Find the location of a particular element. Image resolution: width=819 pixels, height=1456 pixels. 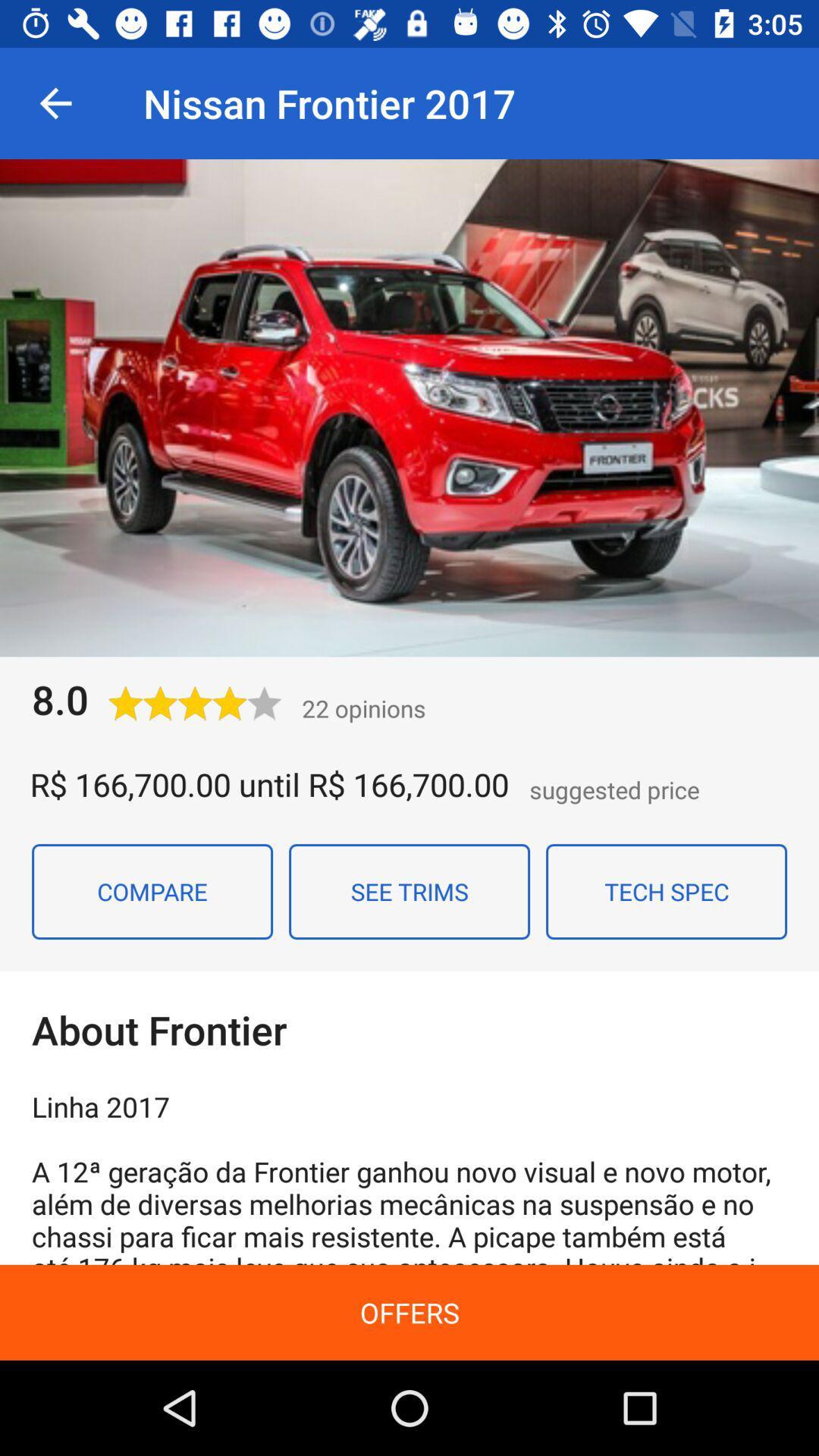

tech spec icon is located at coordinates (666, 892).